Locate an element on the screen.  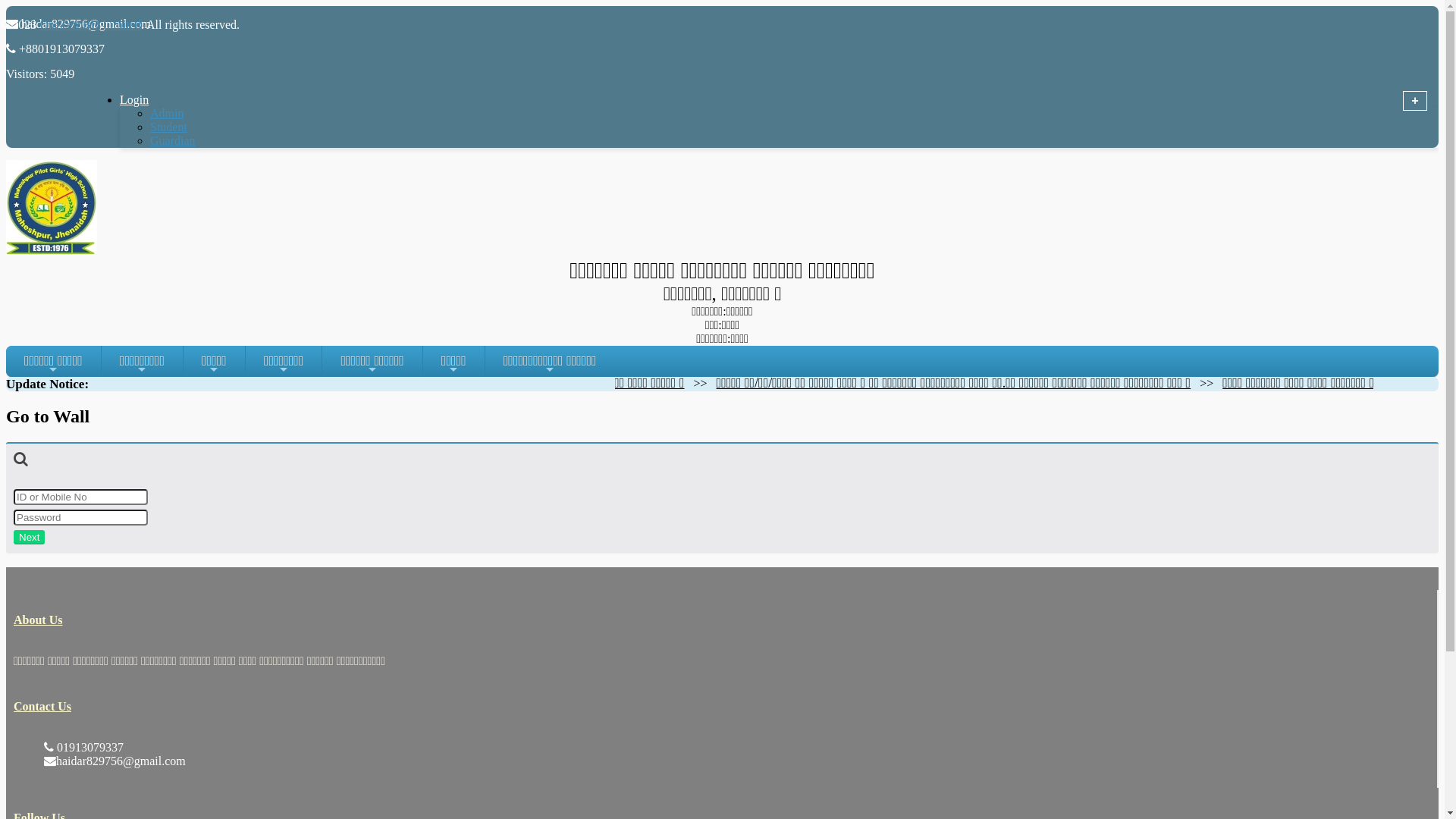
'OneZeroBD Limited' is located at coordinates (89, 24).